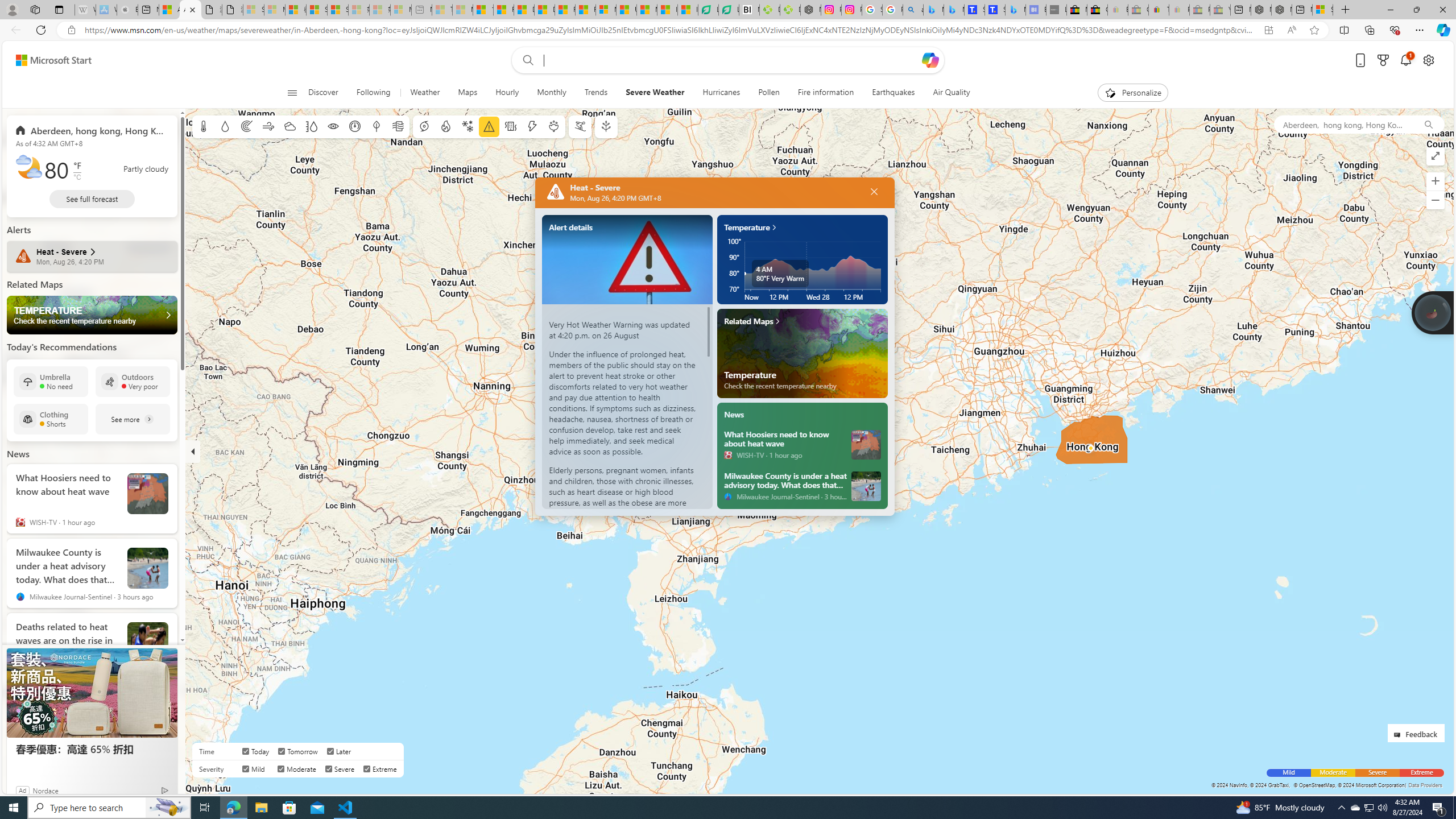  What do you see at coordinates (934, 9) in the screenshot?
I see `'Microsoft Bing Travel - Flights from Hong Kong to Bangkok'` at bounding box center [934, 9].